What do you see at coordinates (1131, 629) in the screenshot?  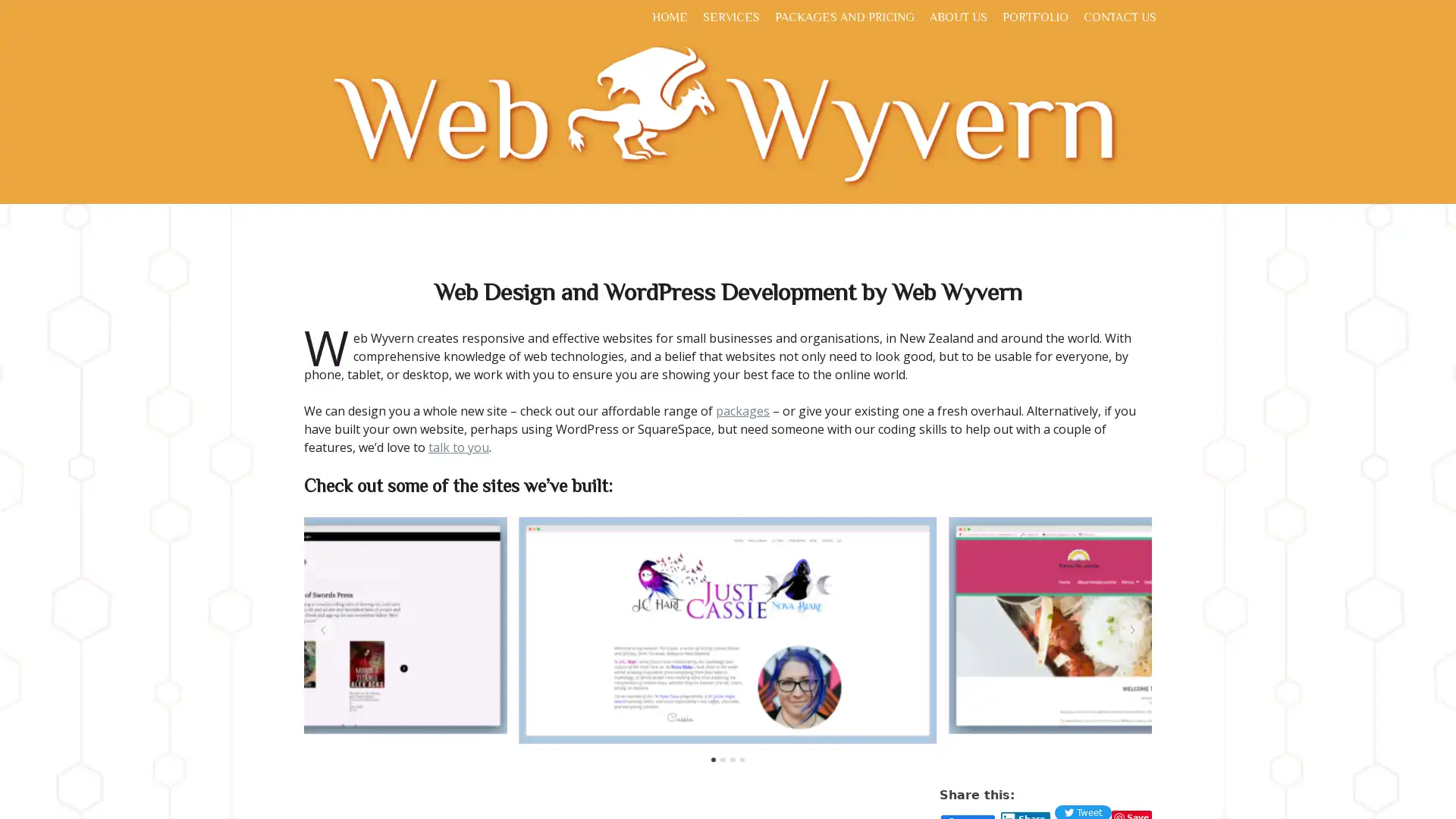 I see `Next slide` at bounding box center [1131, 629].